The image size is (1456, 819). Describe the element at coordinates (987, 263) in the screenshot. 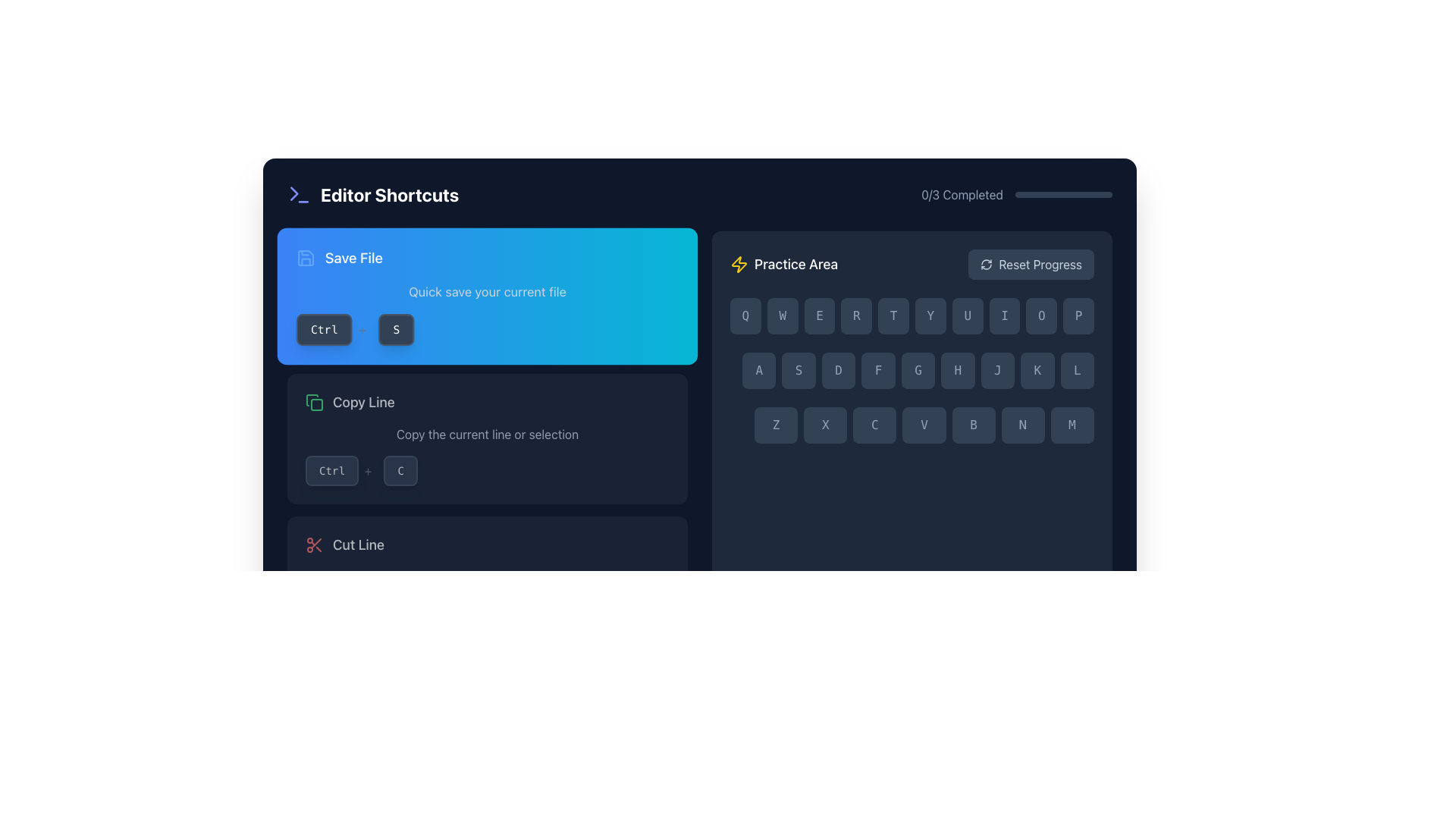

I see `the refresh icon, which is styled with thin strokes and features circular arrows, located within the button labeled 'Reset Progress' on the top-right corner of the user interface` at that location.